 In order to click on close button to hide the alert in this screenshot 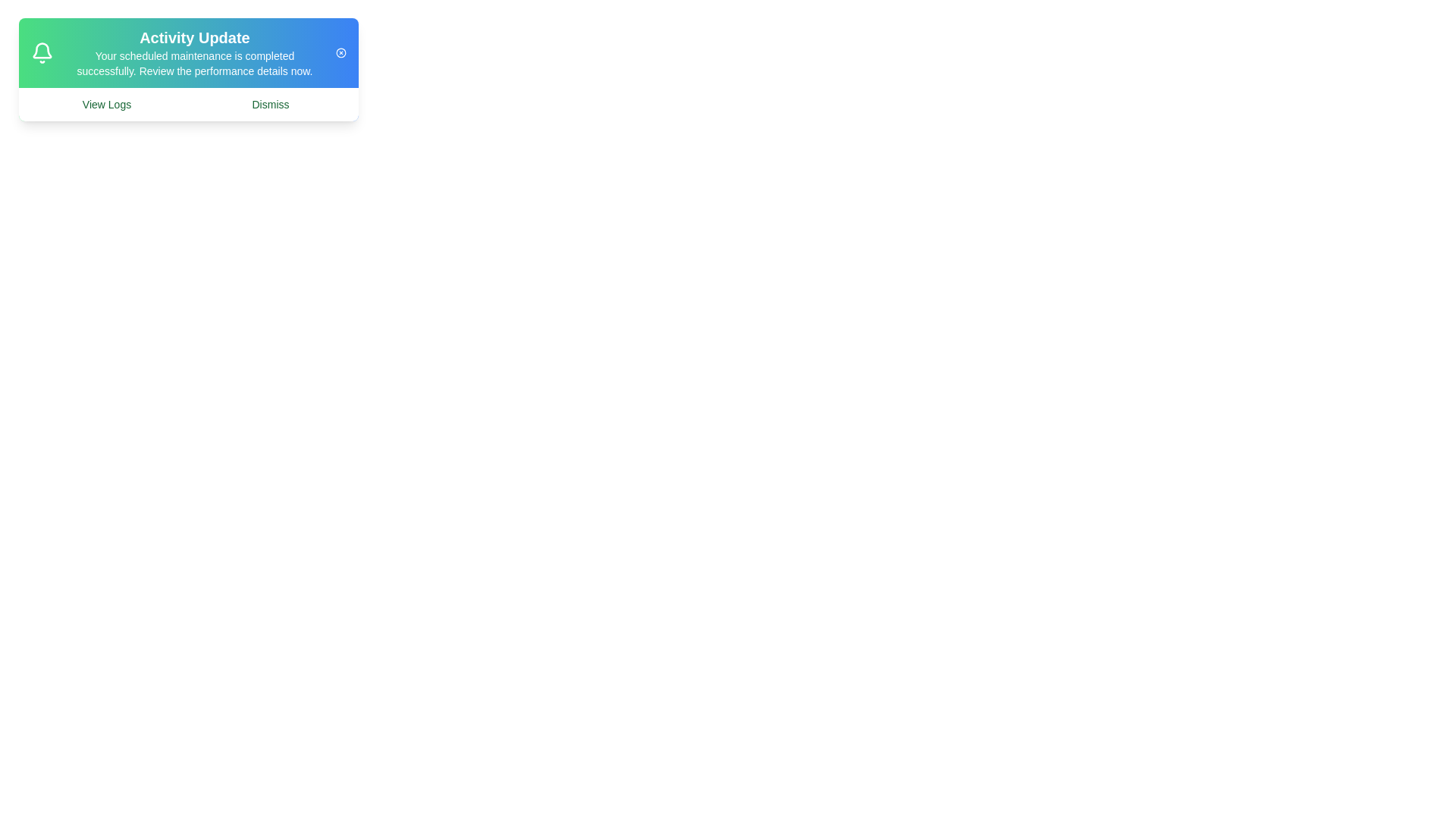, I will do `click(340, 52)`.